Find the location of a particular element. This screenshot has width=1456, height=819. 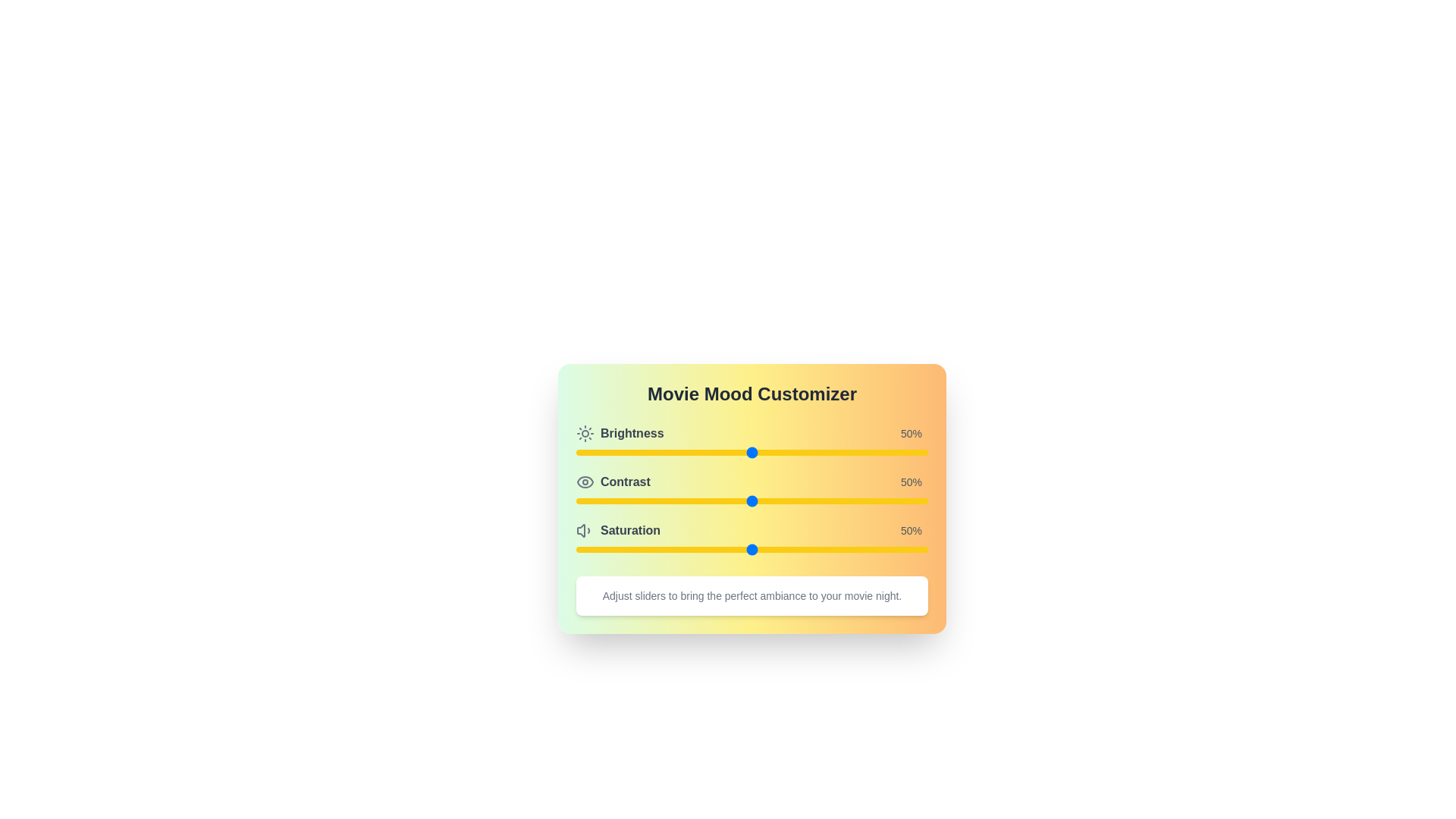

brightness is located at coordinates (589, 452).